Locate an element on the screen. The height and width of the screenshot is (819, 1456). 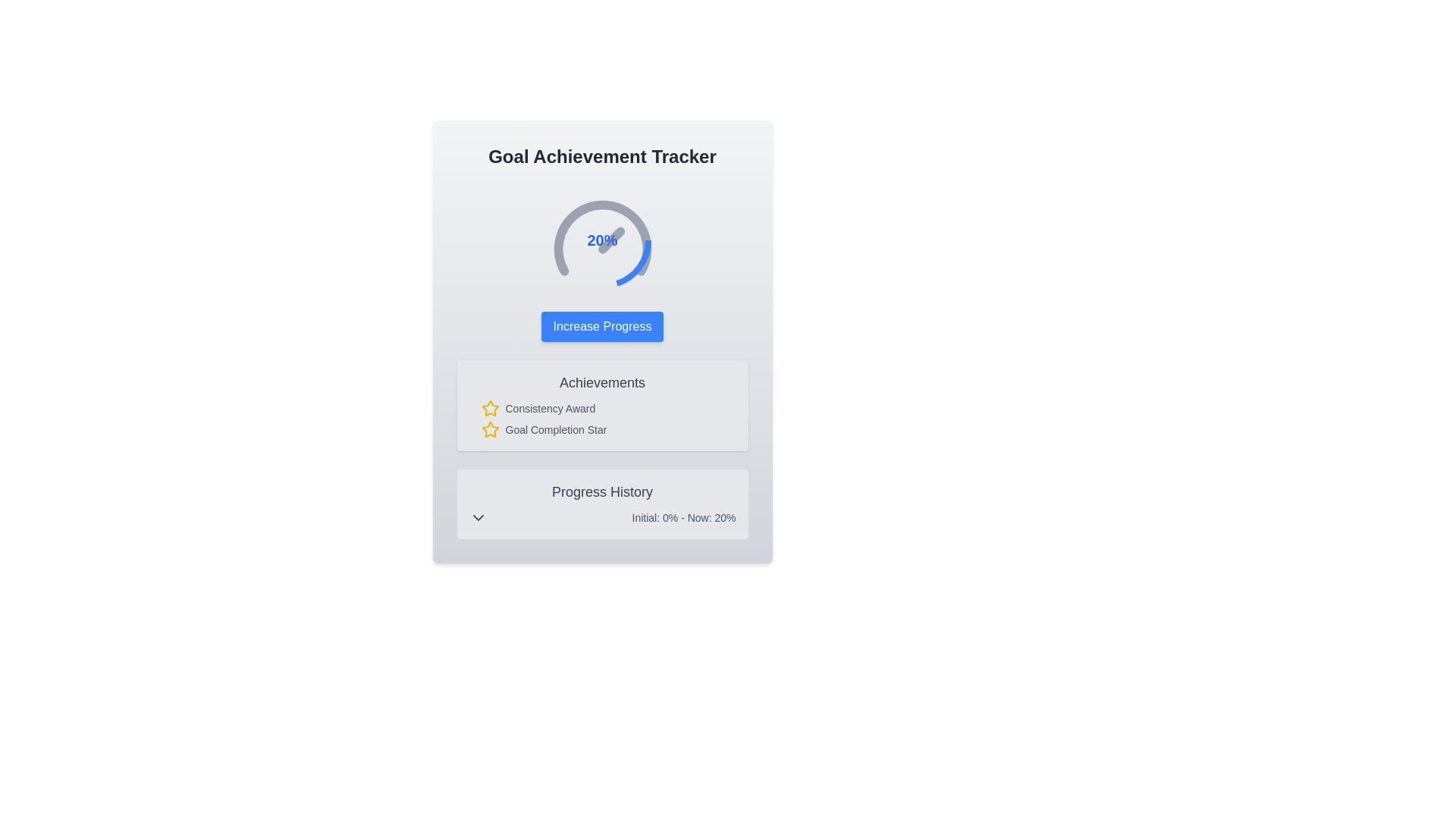
the star icon with a yellow outline and hollow center located in the 'Achievements' section, positioned to the left of the text 'Consistency Award' is located at coordinates (490, 429).